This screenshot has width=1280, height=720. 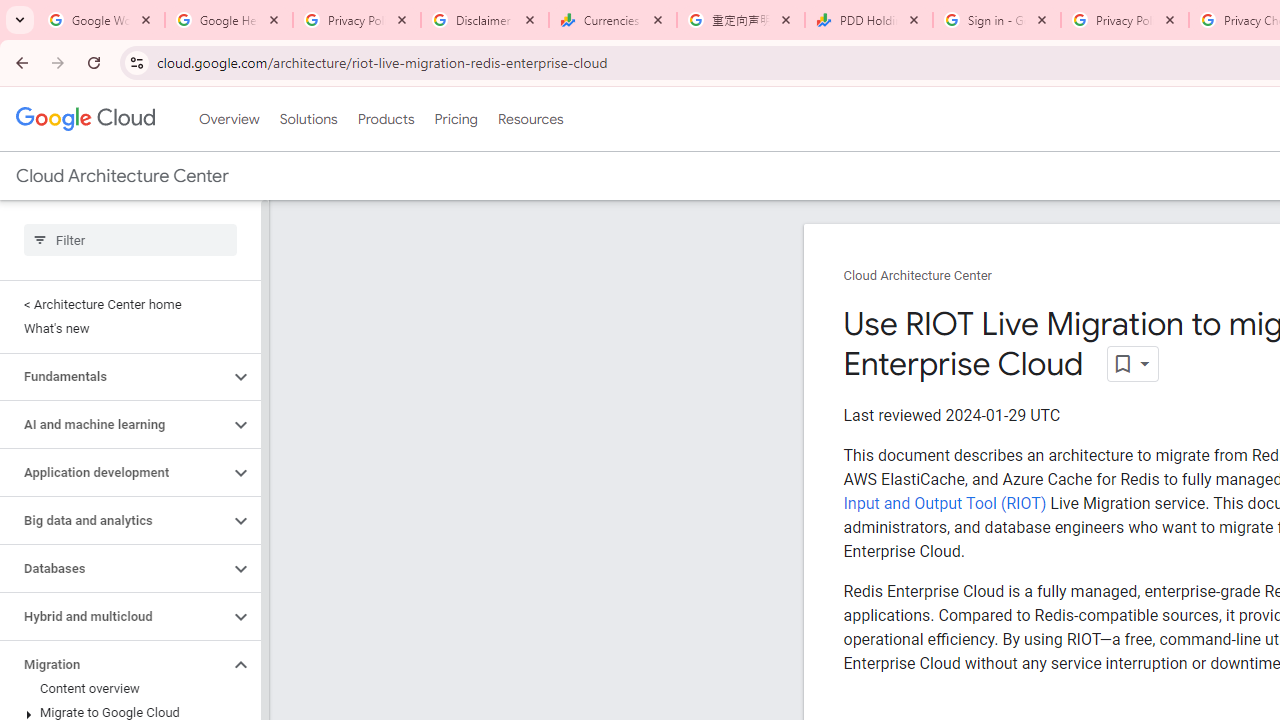 What do you see at coordinates (530, 119) in the screenshot?
I see `'Resources'` at bounding box center [530, 119].